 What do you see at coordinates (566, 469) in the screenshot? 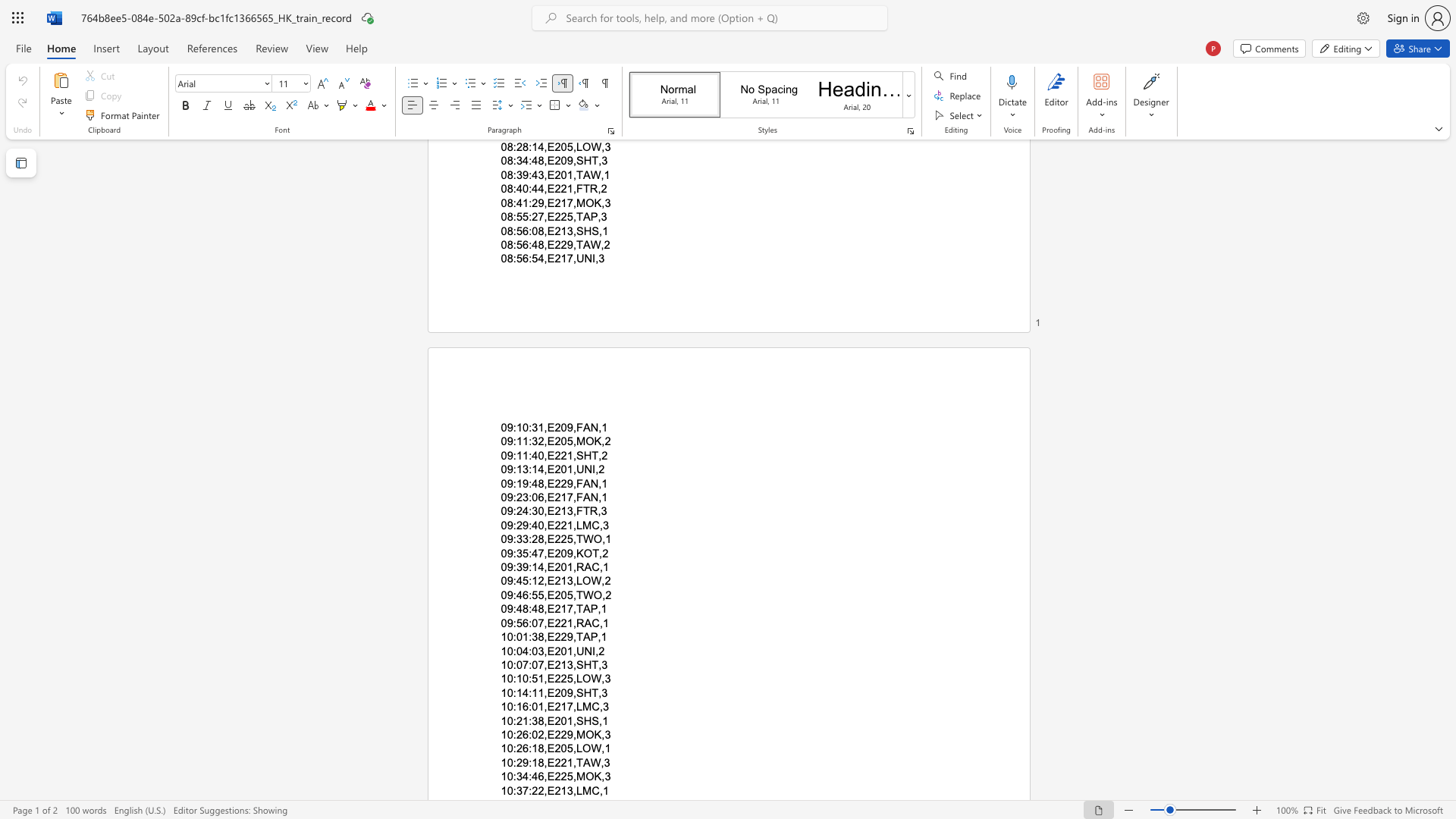
I see `the subset text "1,UNI,2" within the text "09:13:14,E201,UNI,2"` at bounding box center [566, 469].